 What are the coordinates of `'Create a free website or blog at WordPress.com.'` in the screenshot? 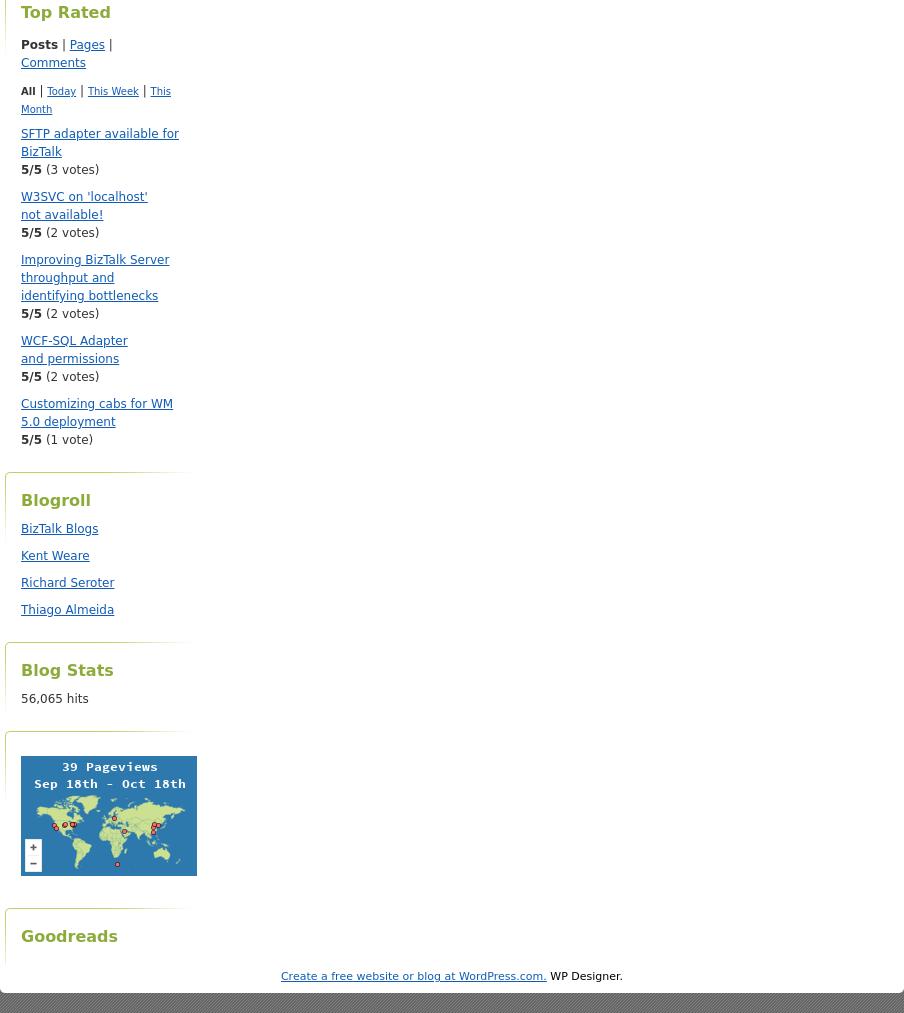 It's located at (278, 976).